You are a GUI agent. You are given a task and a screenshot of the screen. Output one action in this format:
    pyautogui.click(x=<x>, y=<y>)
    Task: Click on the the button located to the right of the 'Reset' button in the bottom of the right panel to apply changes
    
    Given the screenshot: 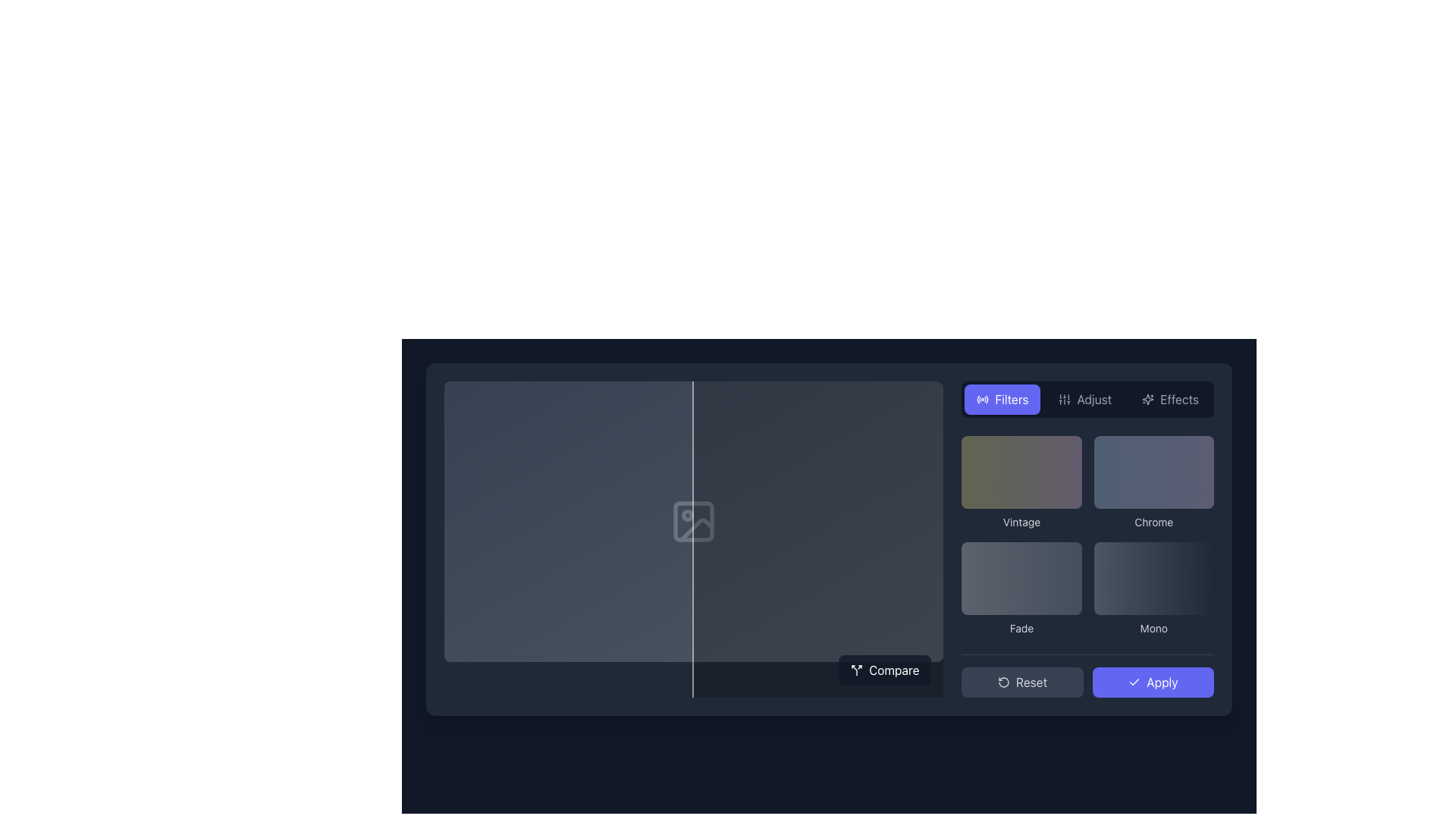 What is the action you would take?
    pyautogui.click(x=1087, y=675)
    